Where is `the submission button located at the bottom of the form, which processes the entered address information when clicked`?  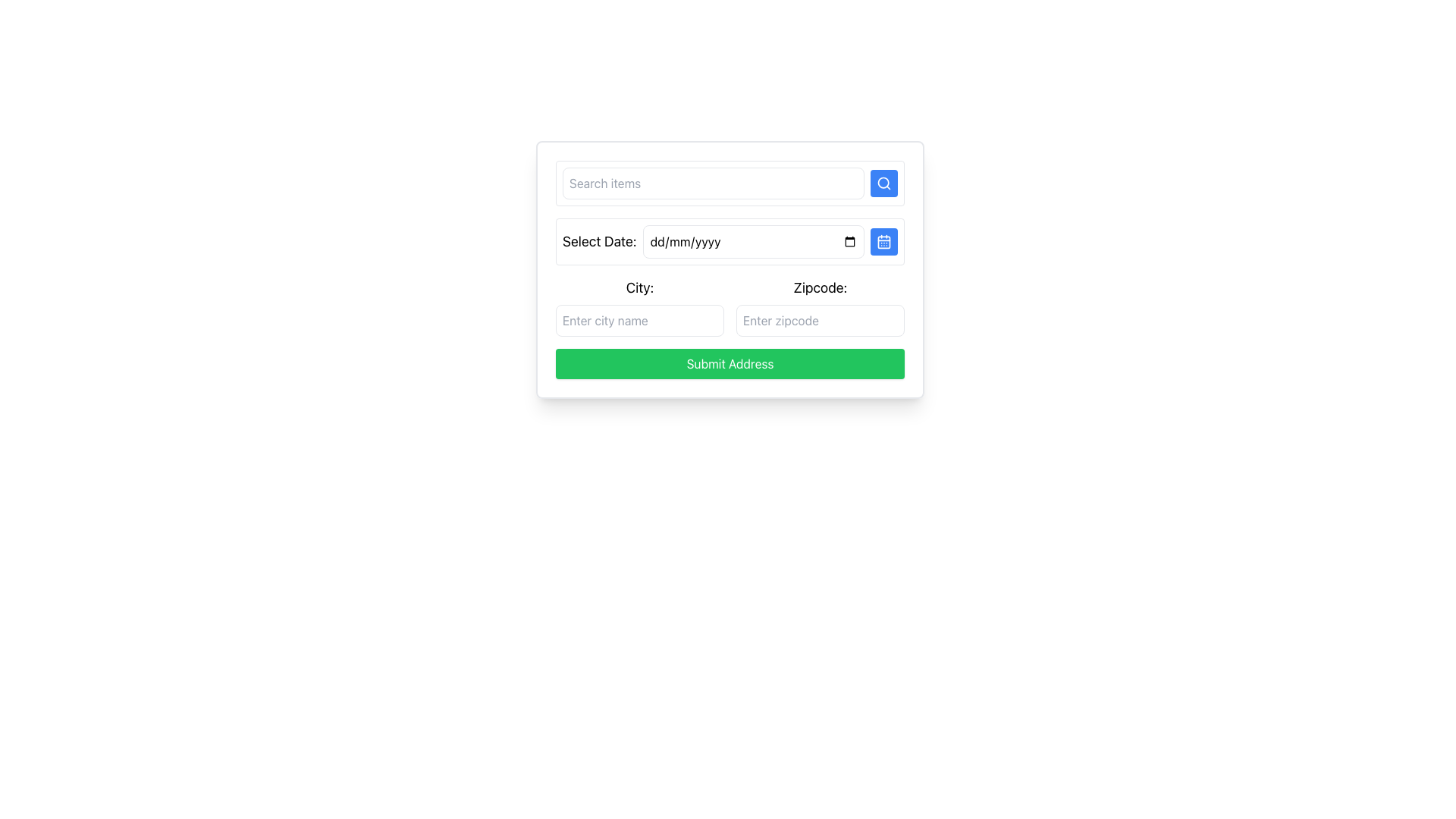
the submission button located at the bottom of the form, which processes the entered address information when clicked is located at coordinates (730, 363).